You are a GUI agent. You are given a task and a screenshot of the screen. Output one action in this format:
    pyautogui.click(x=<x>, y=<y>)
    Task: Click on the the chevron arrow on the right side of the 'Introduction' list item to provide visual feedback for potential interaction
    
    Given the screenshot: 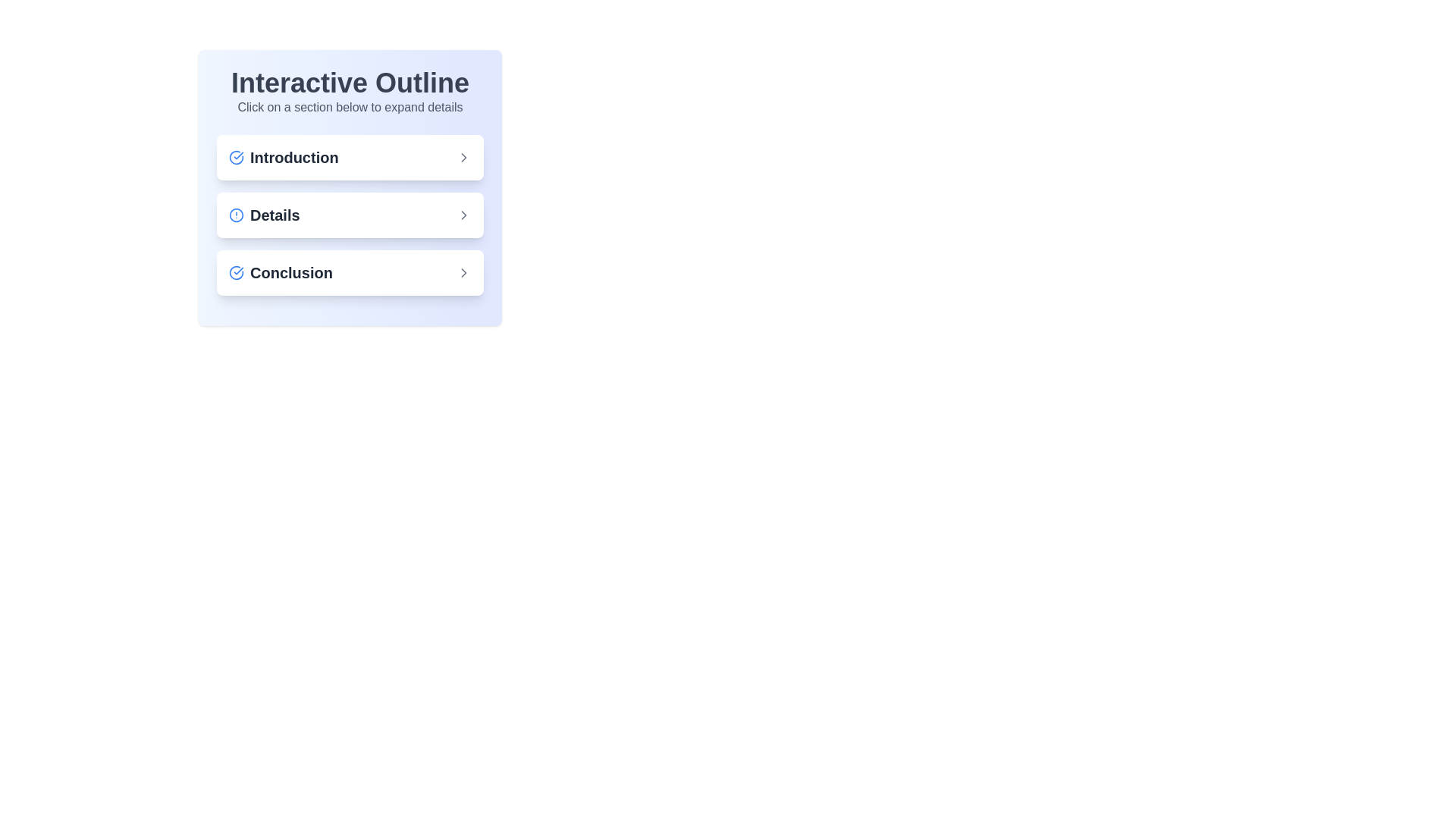 What is the action you would take?
    pyautogui.click(x=463, y=158)
    